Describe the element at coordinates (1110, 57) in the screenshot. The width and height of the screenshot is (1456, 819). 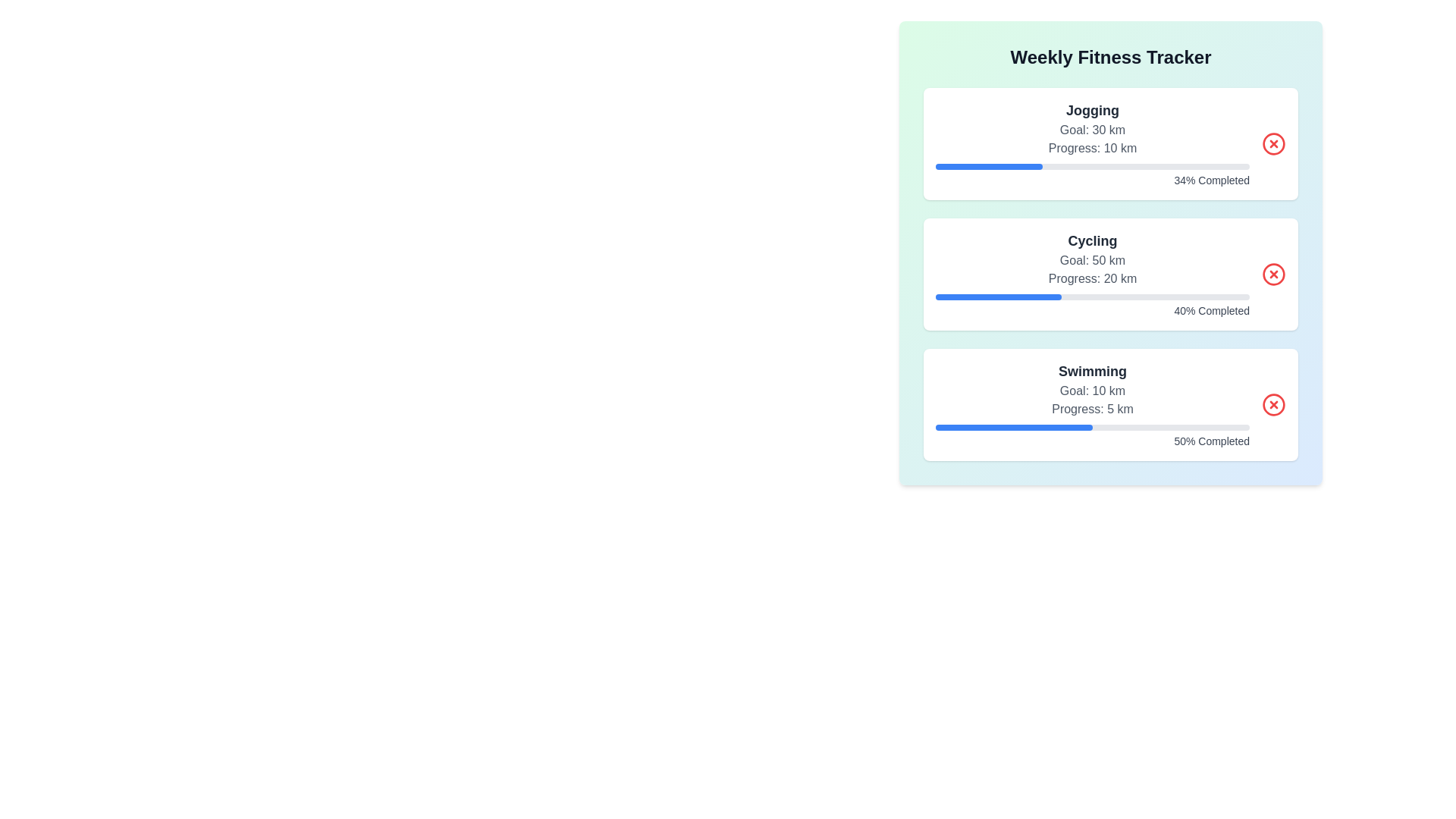
I see `the Header text at the top of the card-like component` at that location.